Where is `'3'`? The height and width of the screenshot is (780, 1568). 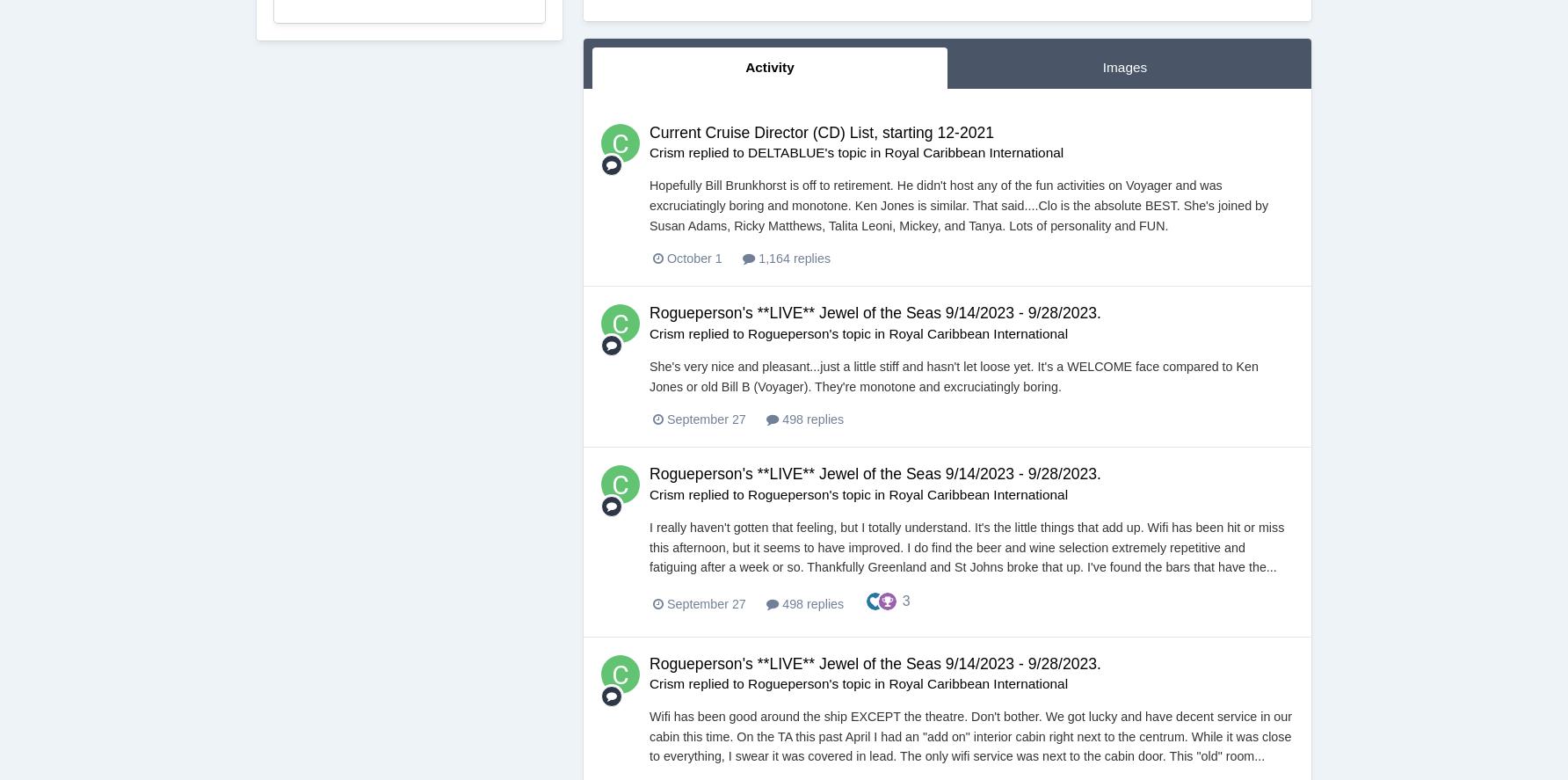 '3' is located at coordinates (904, 600).